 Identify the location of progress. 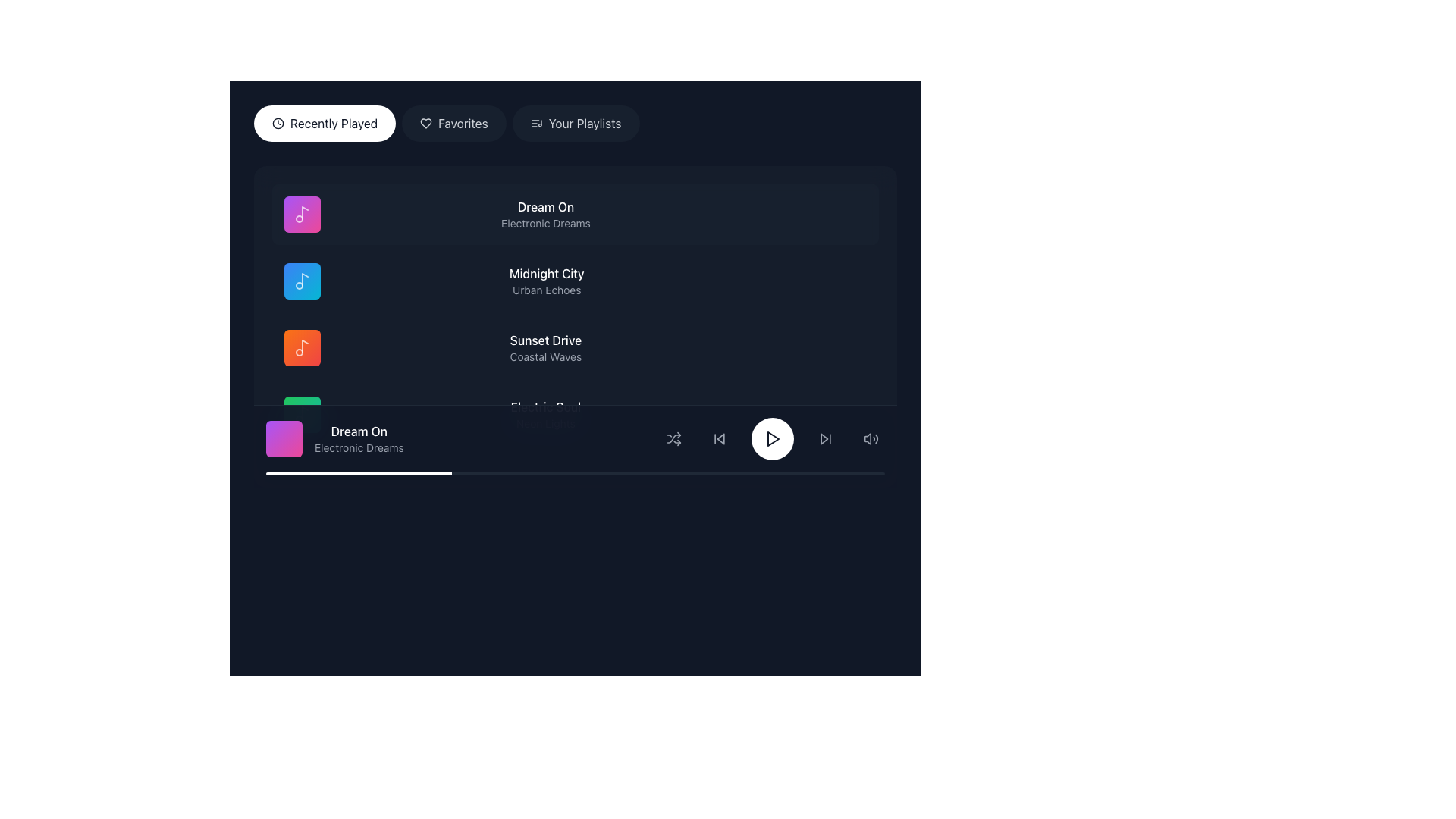
(358, 472).